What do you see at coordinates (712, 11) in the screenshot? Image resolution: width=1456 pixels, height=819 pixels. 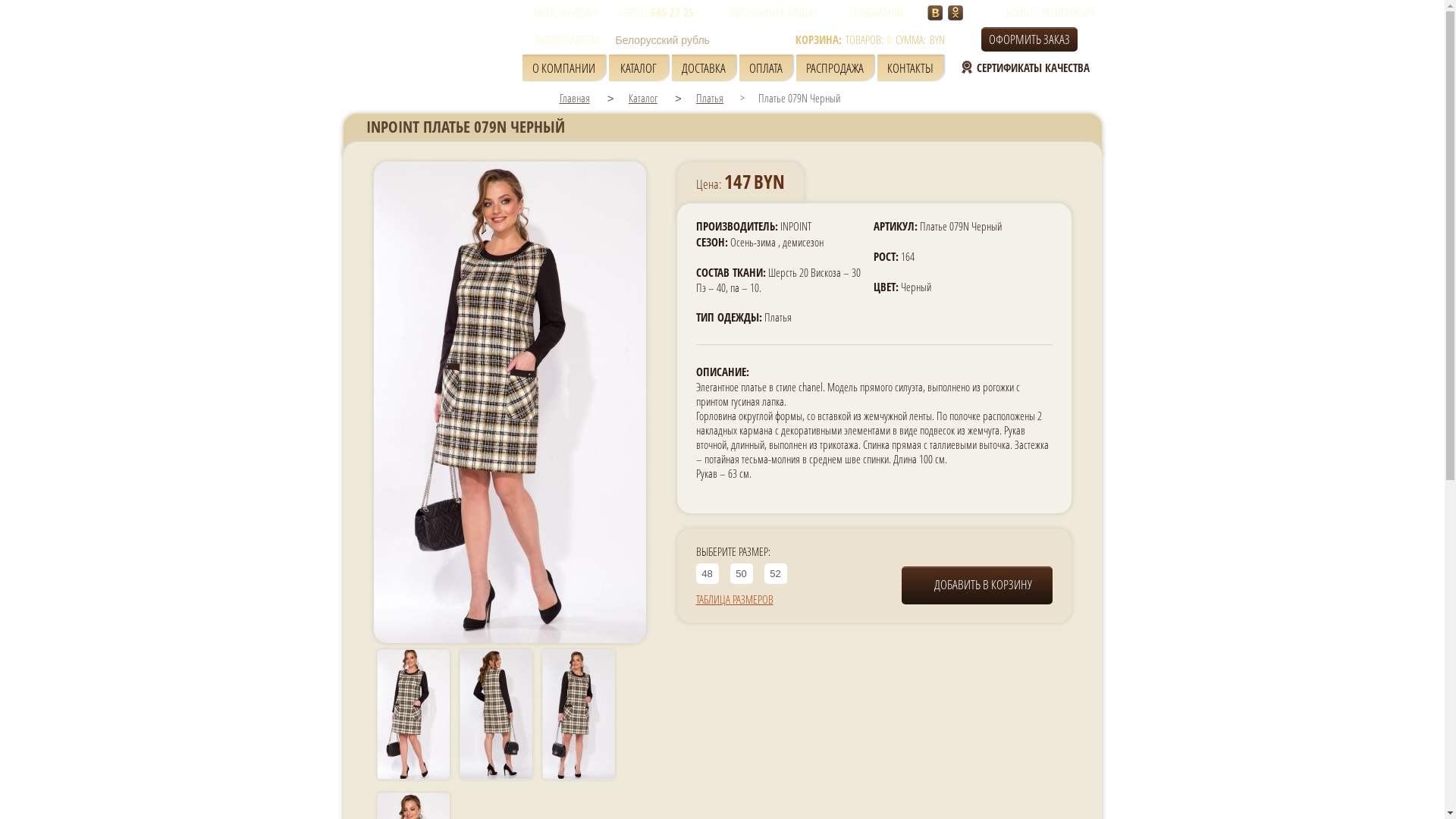 I see `'INFO@FABRIKA-MOD.BY'` at bounding box center [712, 11].